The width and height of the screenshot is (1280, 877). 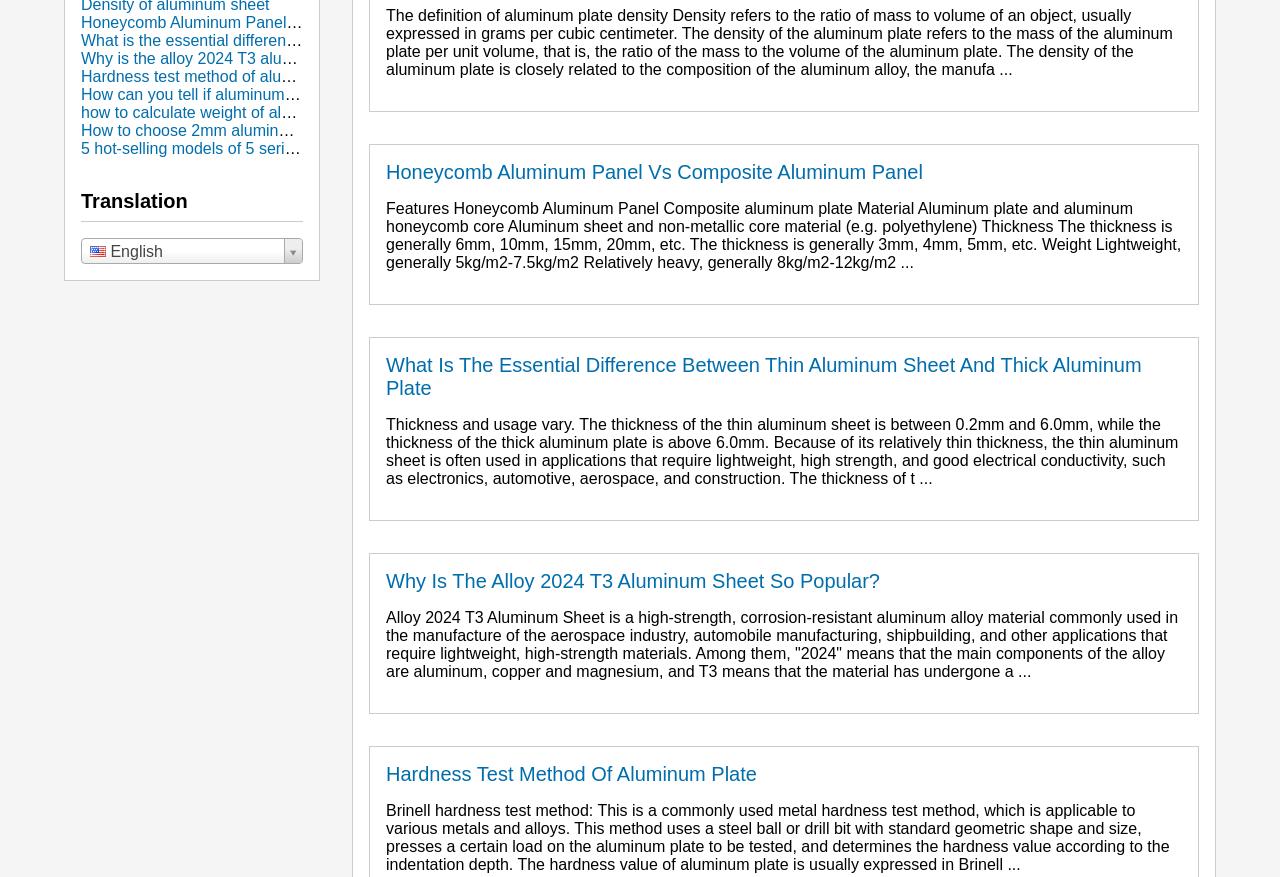 What do you see at coordinates (246, 148) in the screenshot?
I see `'5 hot-selling models of 5 series aluminum plate'` at bounding box center [246, 148].